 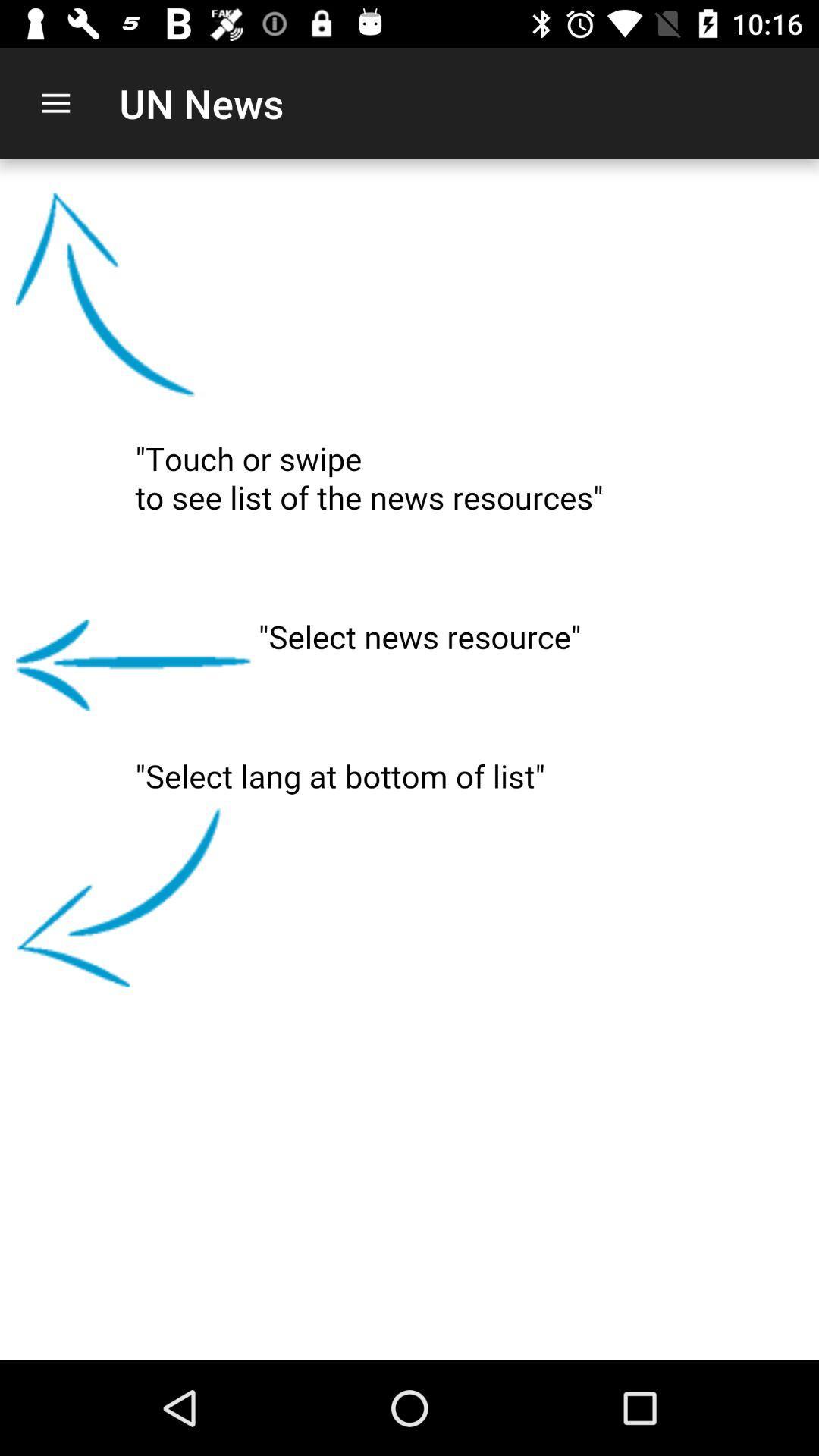 I want to click on the icon to the left of the un news, so click(x=55, y=102).